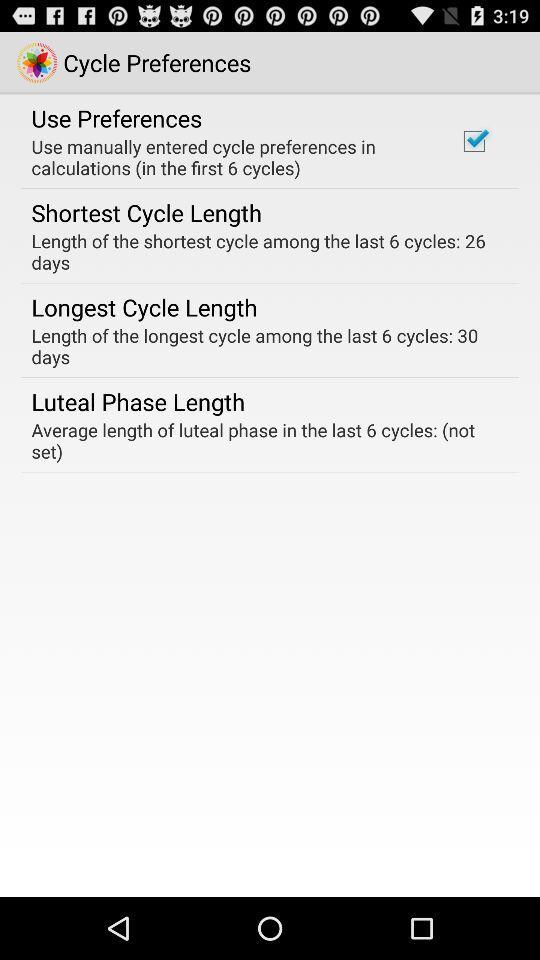  I want to click on item below the use preferences, so click(230, 156).